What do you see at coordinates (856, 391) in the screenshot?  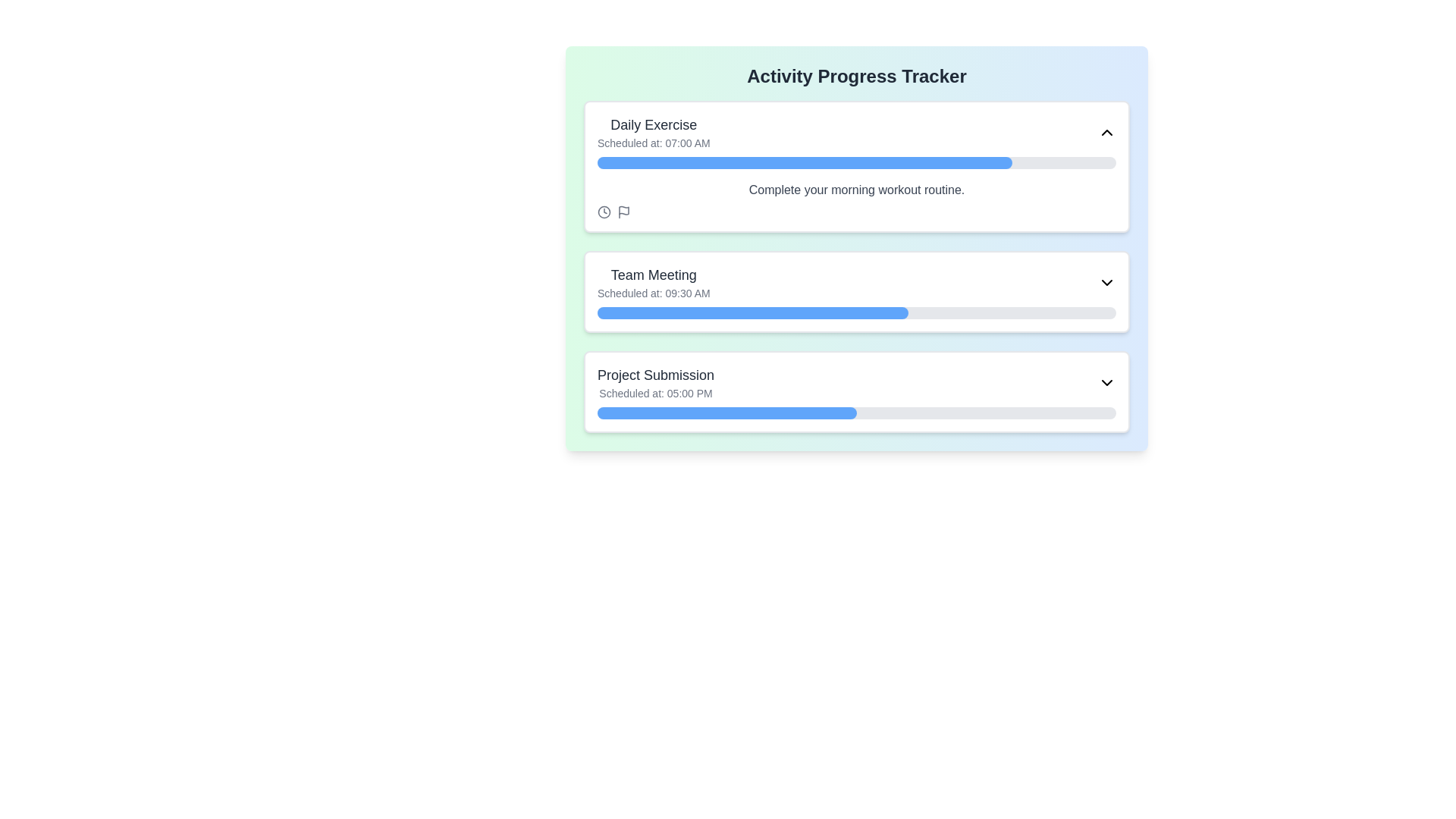 I see `any additional interactive elements in the task card labeled 'Project Submission' by expanding it` at bounding box center [856, 391].